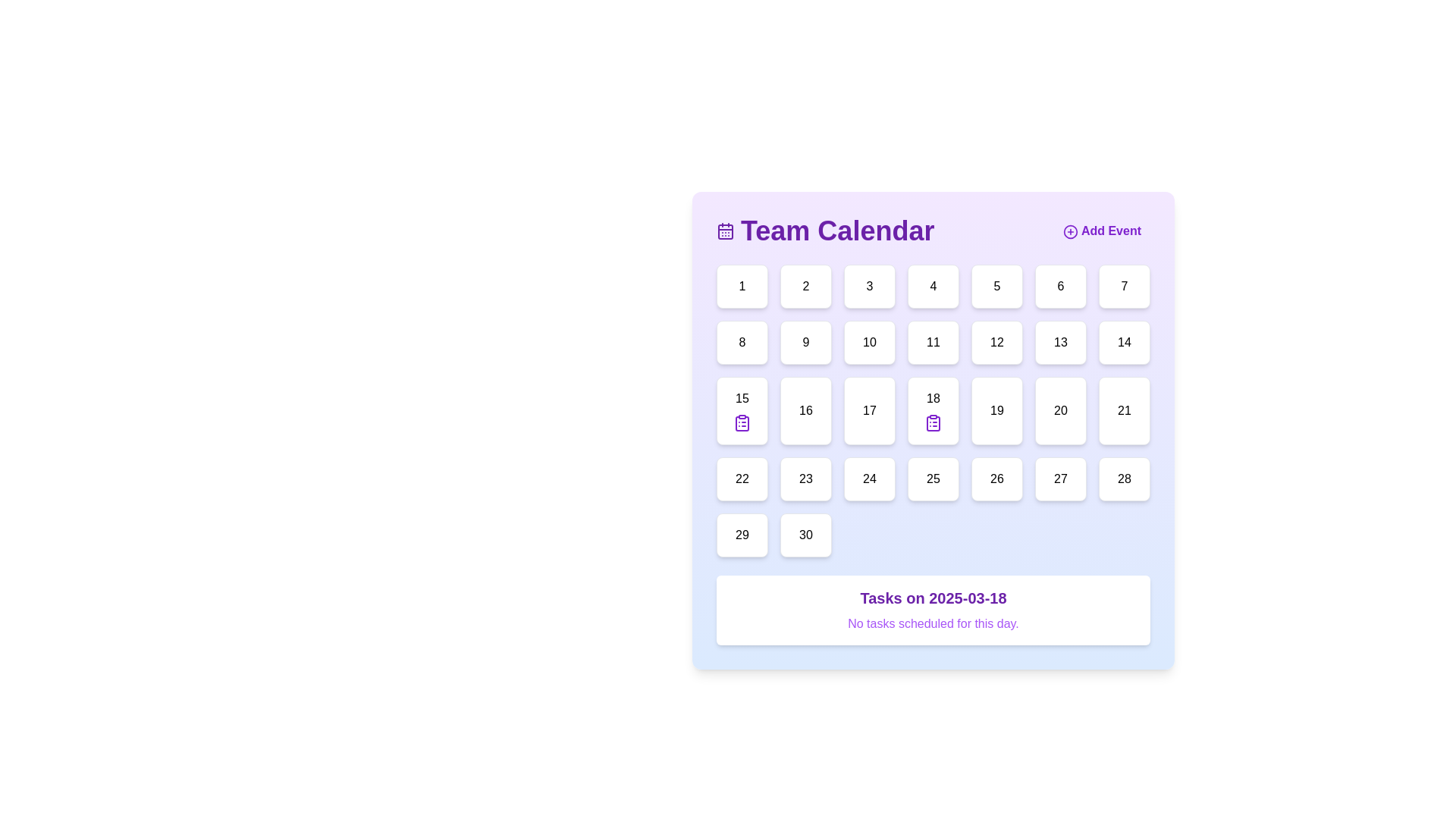 This screenshot has width=1456, height=819. What do you see at coordinates (742, 342) in the screenshot?
I see `the calendar day button representing the 8th day of the month, located` at bounding box center [742, 342].